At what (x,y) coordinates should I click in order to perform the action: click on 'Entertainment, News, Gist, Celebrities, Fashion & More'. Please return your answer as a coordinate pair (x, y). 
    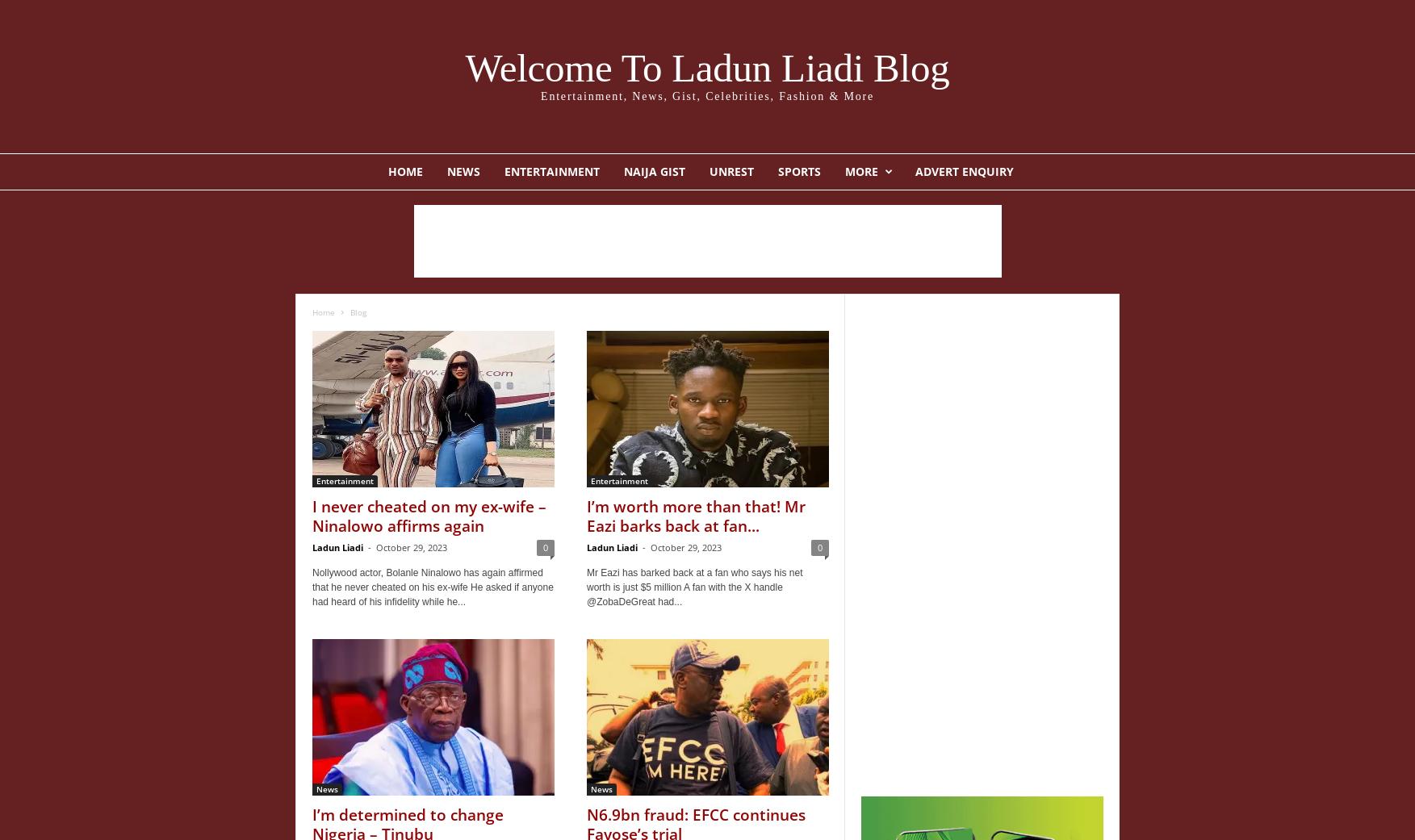
    Looking at the image, I should click on (706, 96).